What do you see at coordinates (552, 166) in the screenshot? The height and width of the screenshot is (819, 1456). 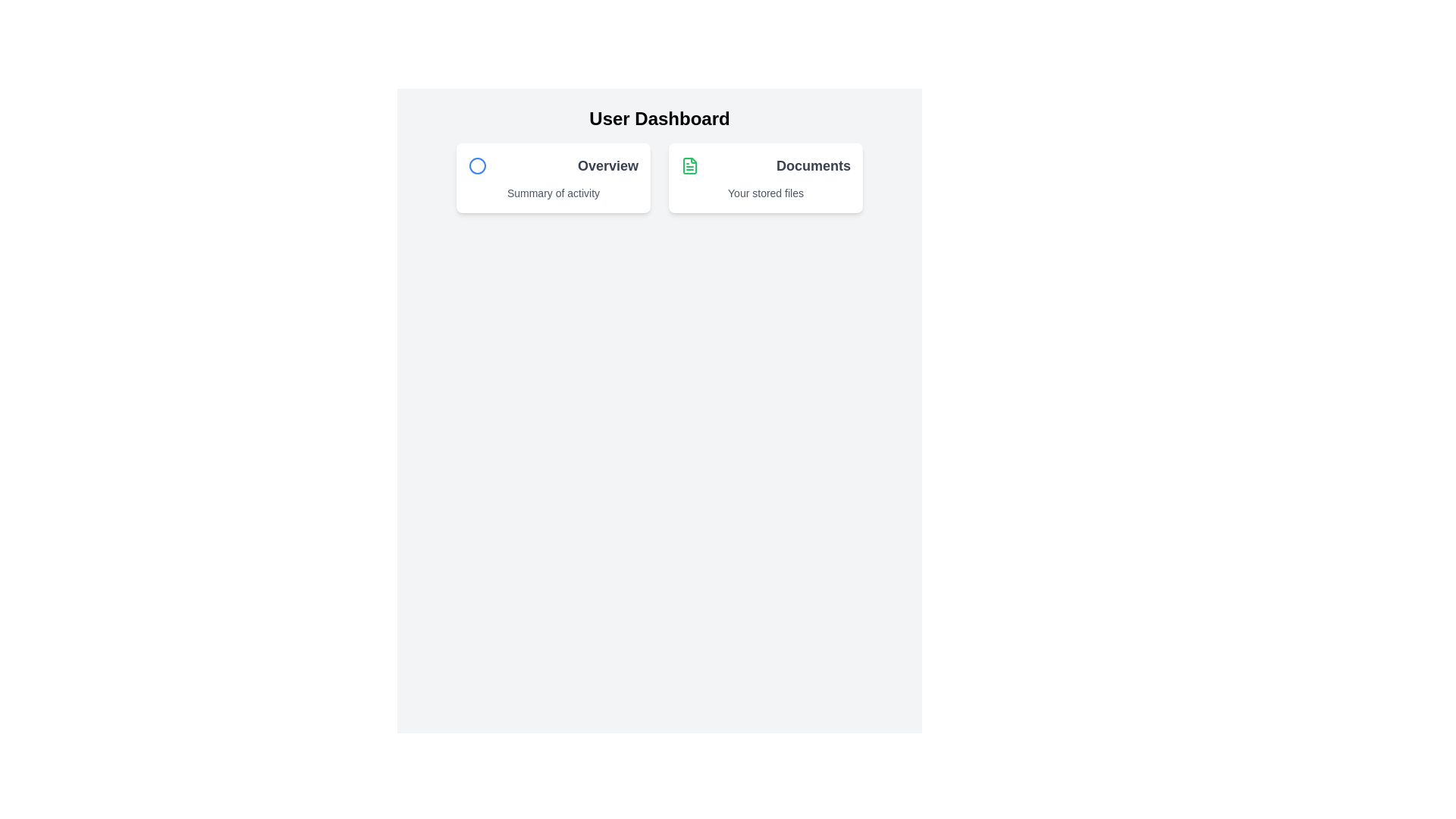 I see `Text-Based Label that serves as a title or heading within the white card on the top-left side of the dashboard for development purposes` at bounding box center [552, 166].